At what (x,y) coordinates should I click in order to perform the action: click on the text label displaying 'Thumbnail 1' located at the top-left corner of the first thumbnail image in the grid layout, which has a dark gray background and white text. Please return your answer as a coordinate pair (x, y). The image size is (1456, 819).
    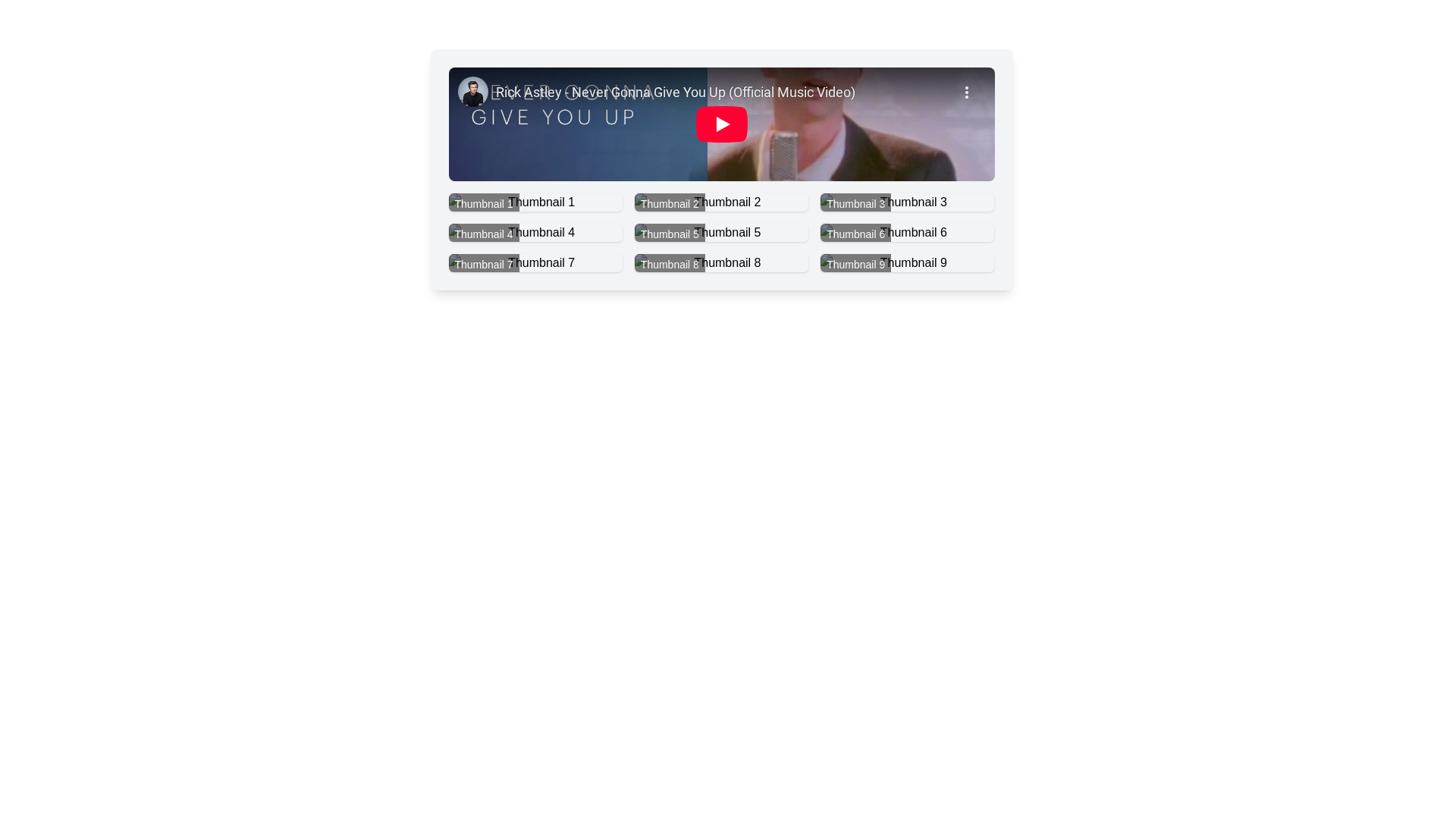
    Looking at the image, I should click on (483, 203).